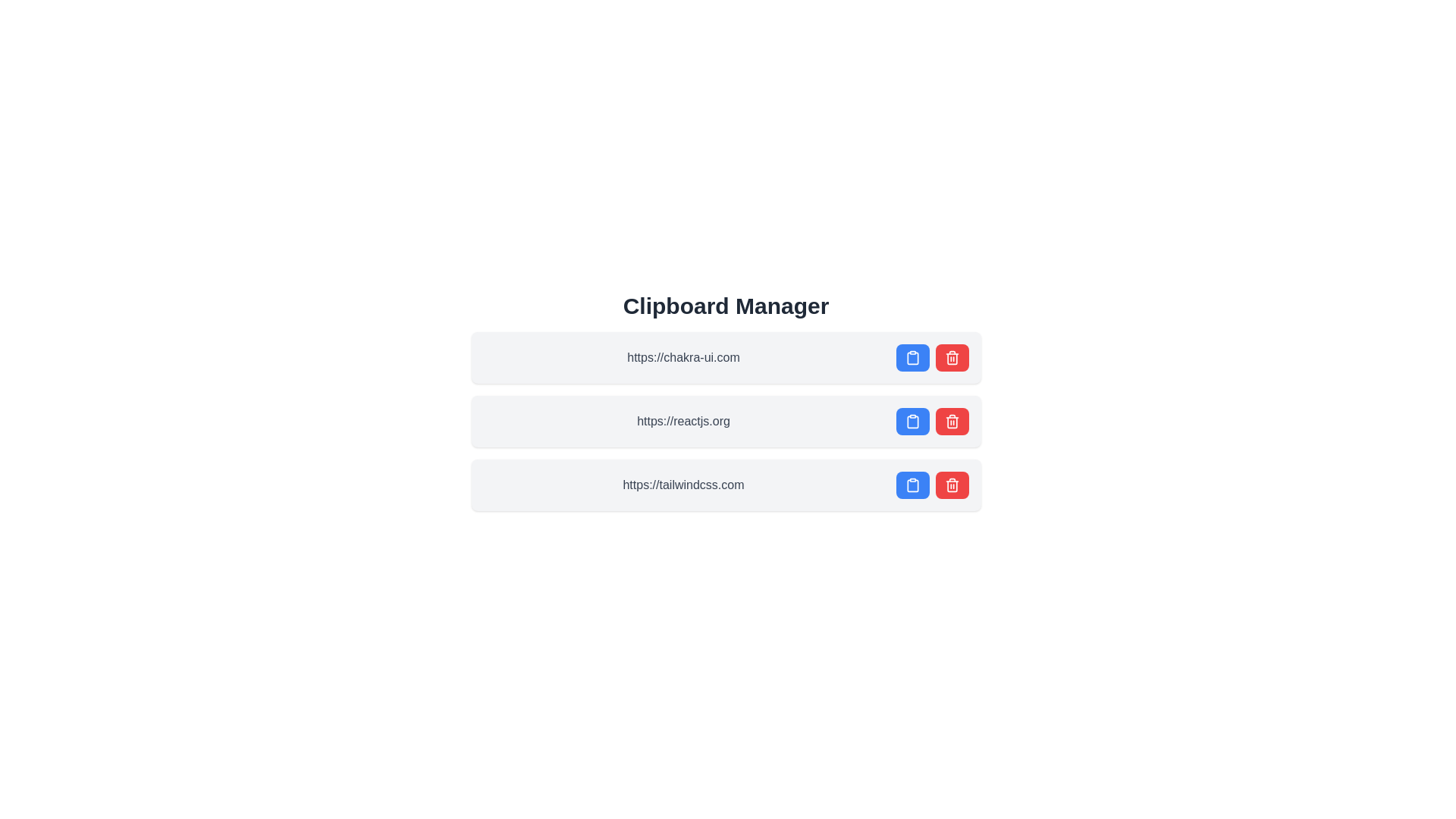 The width and height of the screenshot is (1456, 819). I want to click on the red button with a trash can icon, so click(951, 421).